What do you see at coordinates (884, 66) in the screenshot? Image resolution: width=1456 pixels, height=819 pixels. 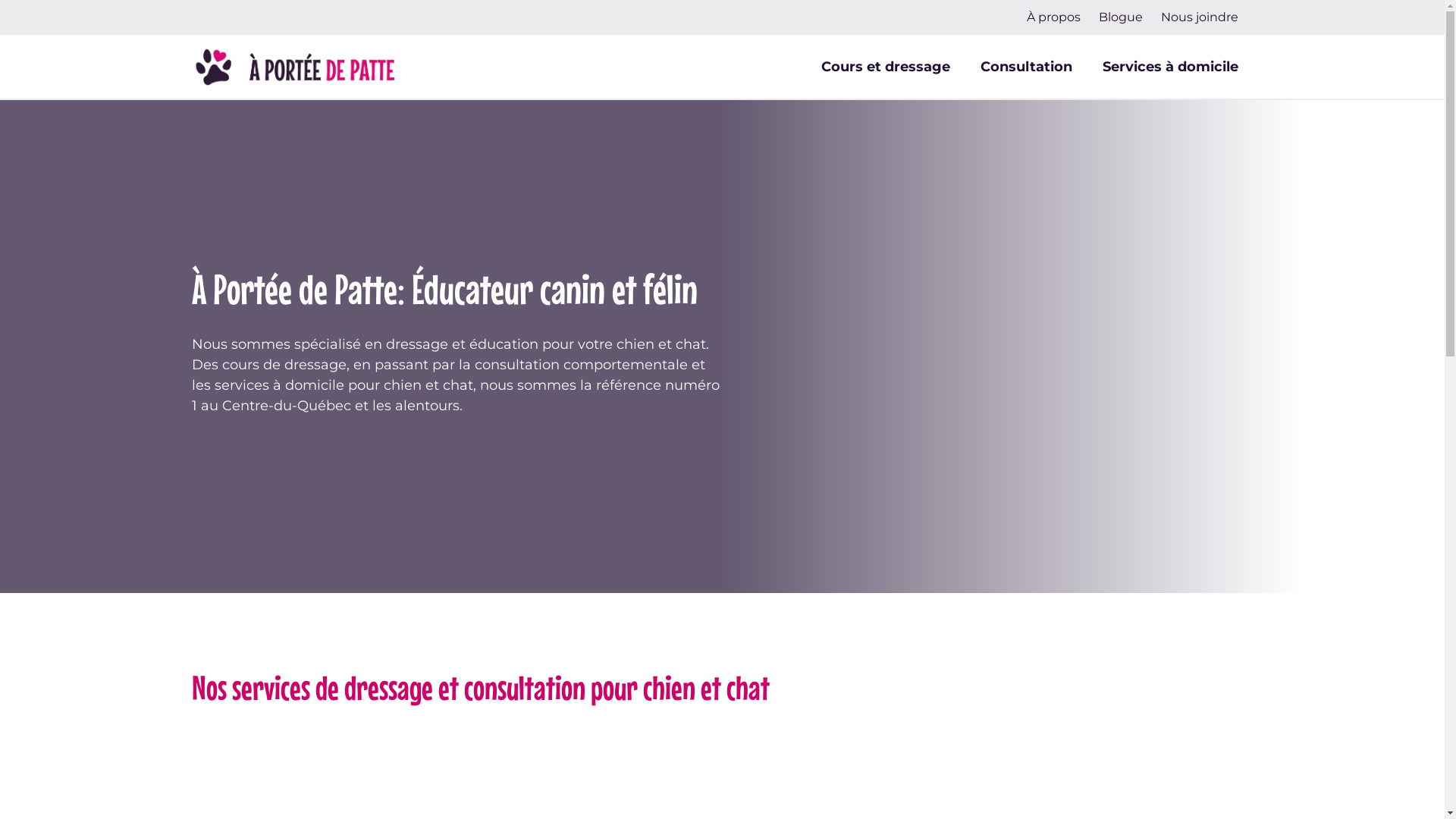 I see `'Cours et dressage'` at bounding box center [884, 66].